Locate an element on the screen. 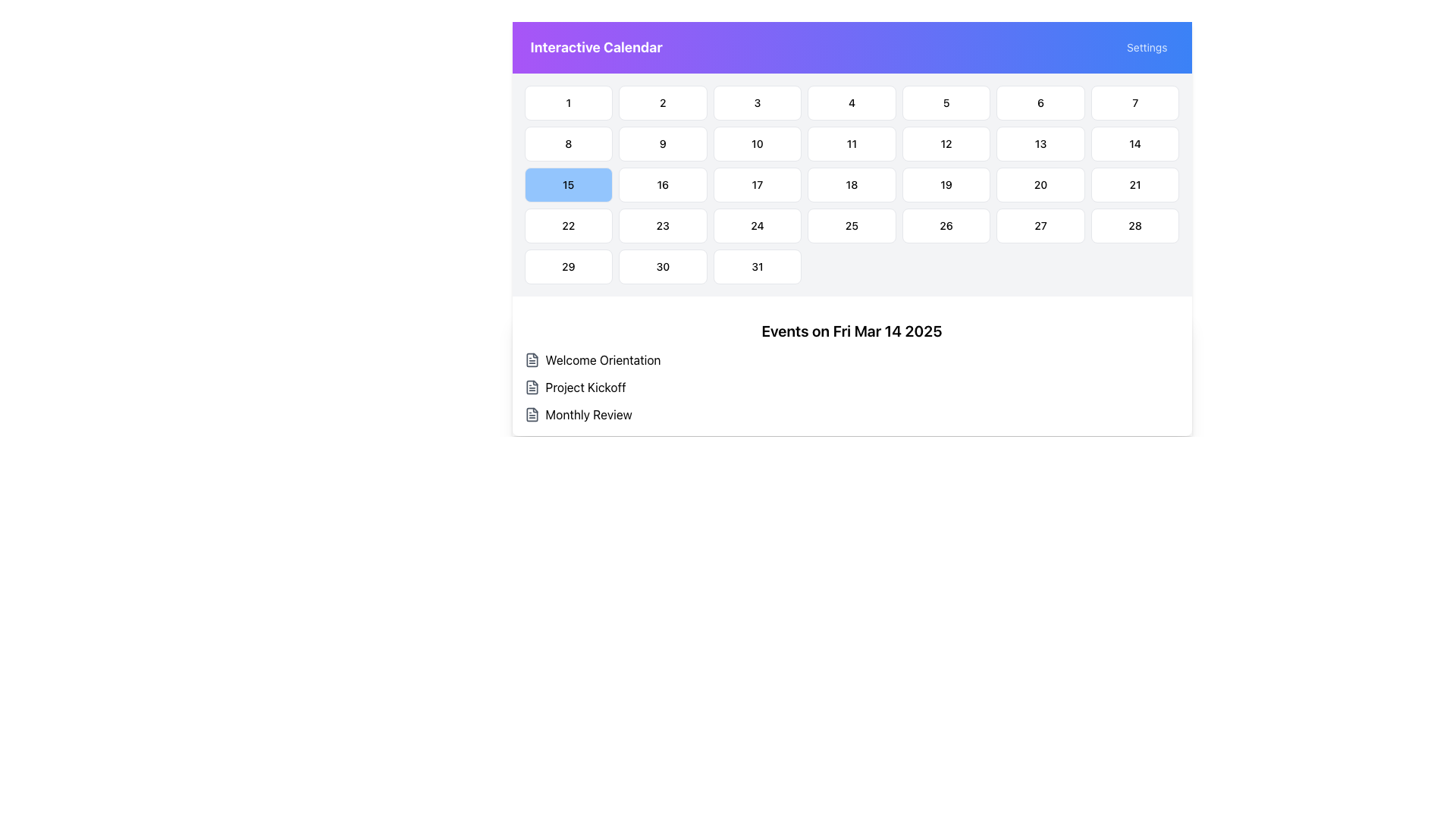  the text label displaying the number '28' within the calendar grid item, which is styled with a white background and a thin border is located at coordinates (1135, 225).